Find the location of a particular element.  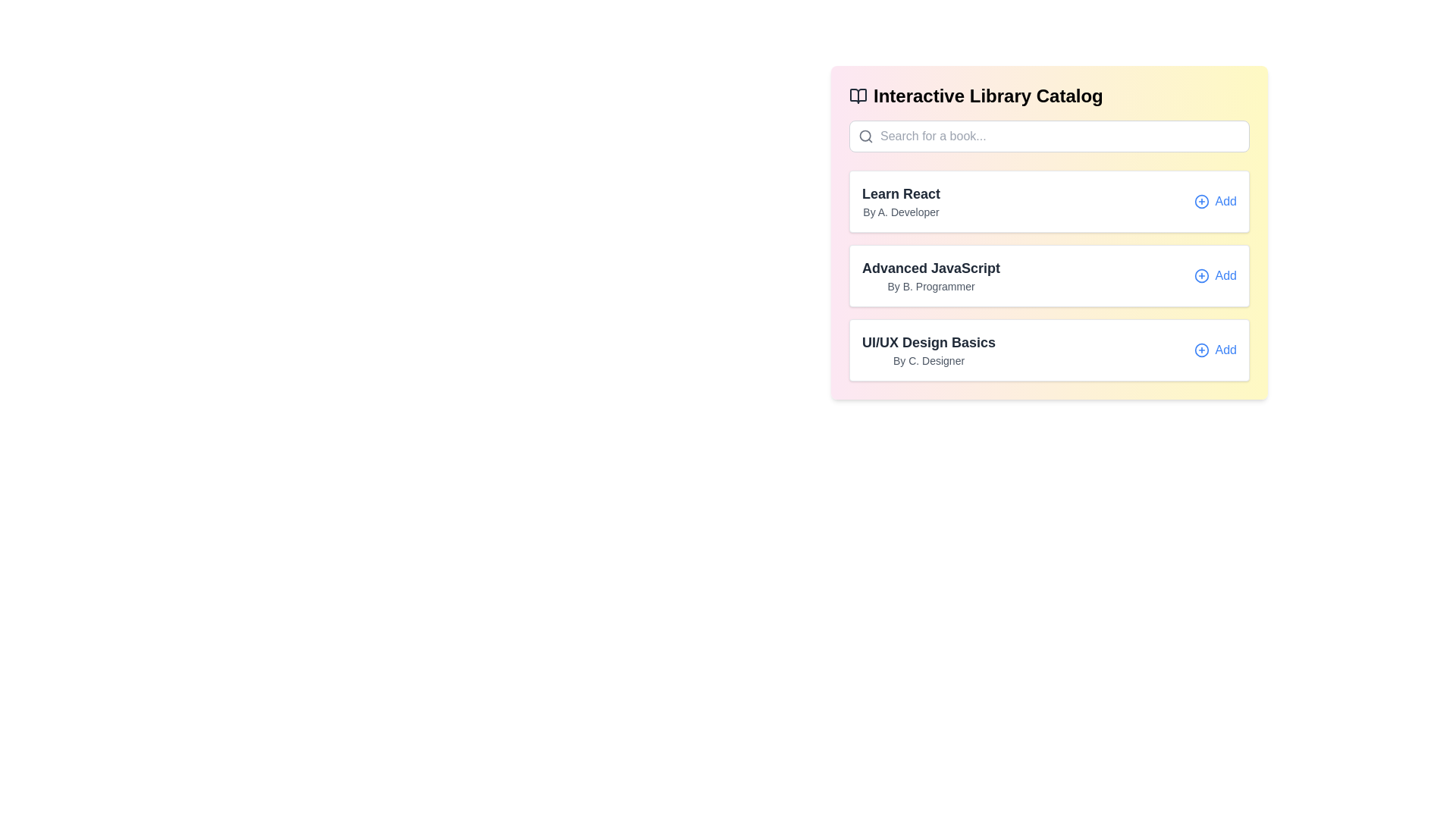

the SVG Circle element indirectly by clicking on the 'Add' button area next to the 'Advanced JavaScript' list item is located at coordinates (1200, 275).